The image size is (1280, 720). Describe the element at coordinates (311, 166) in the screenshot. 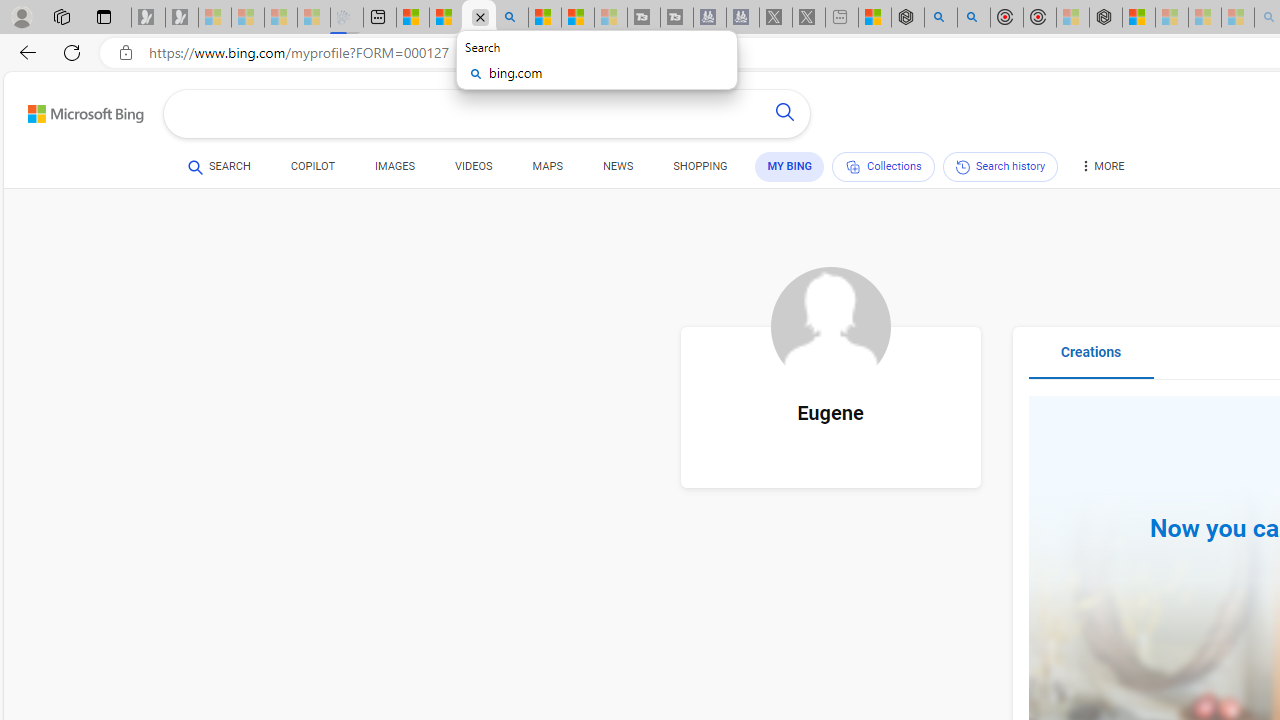

I see `'COPILOT'` at that location.